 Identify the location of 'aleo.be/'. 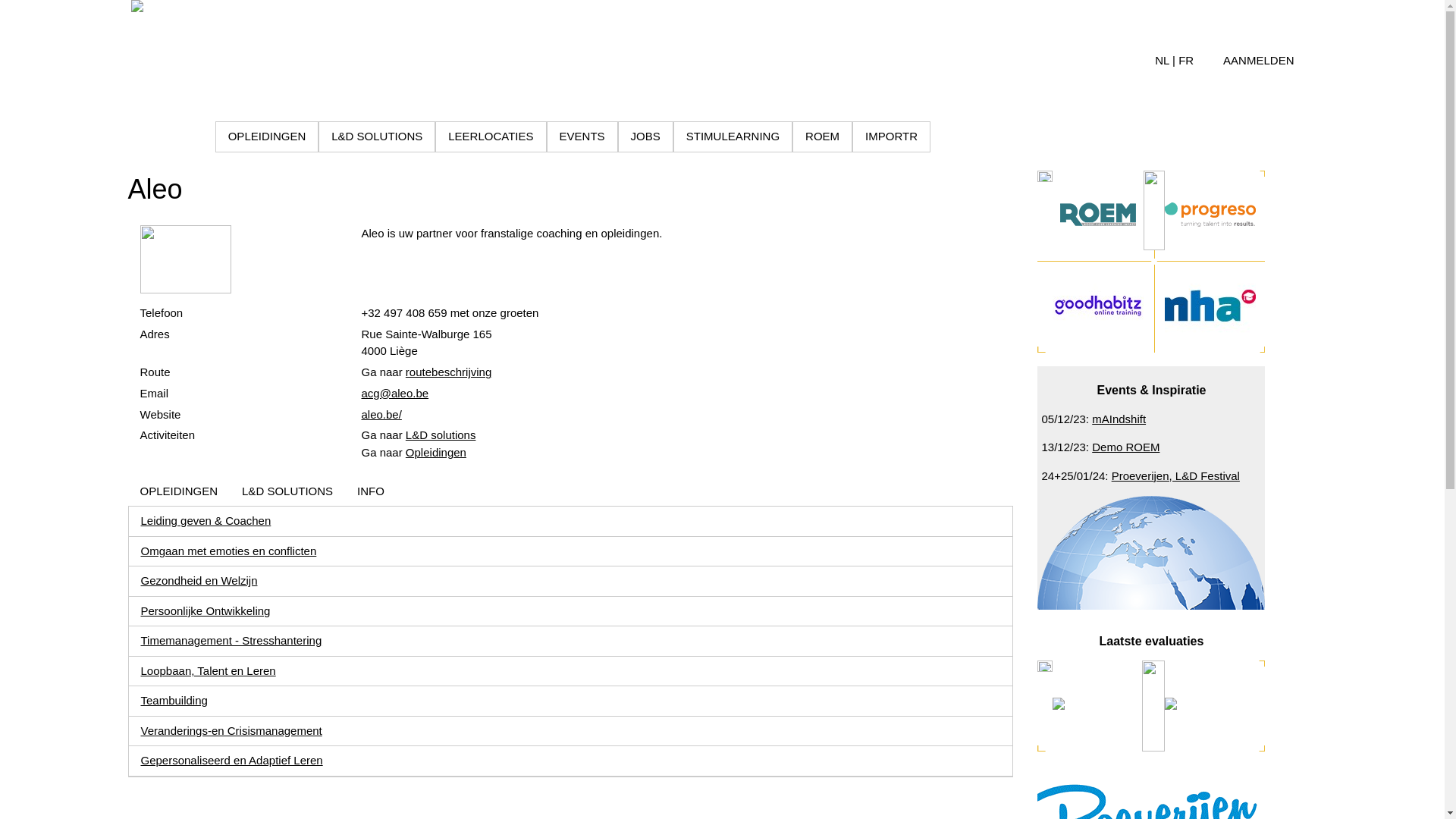
(359, 414).